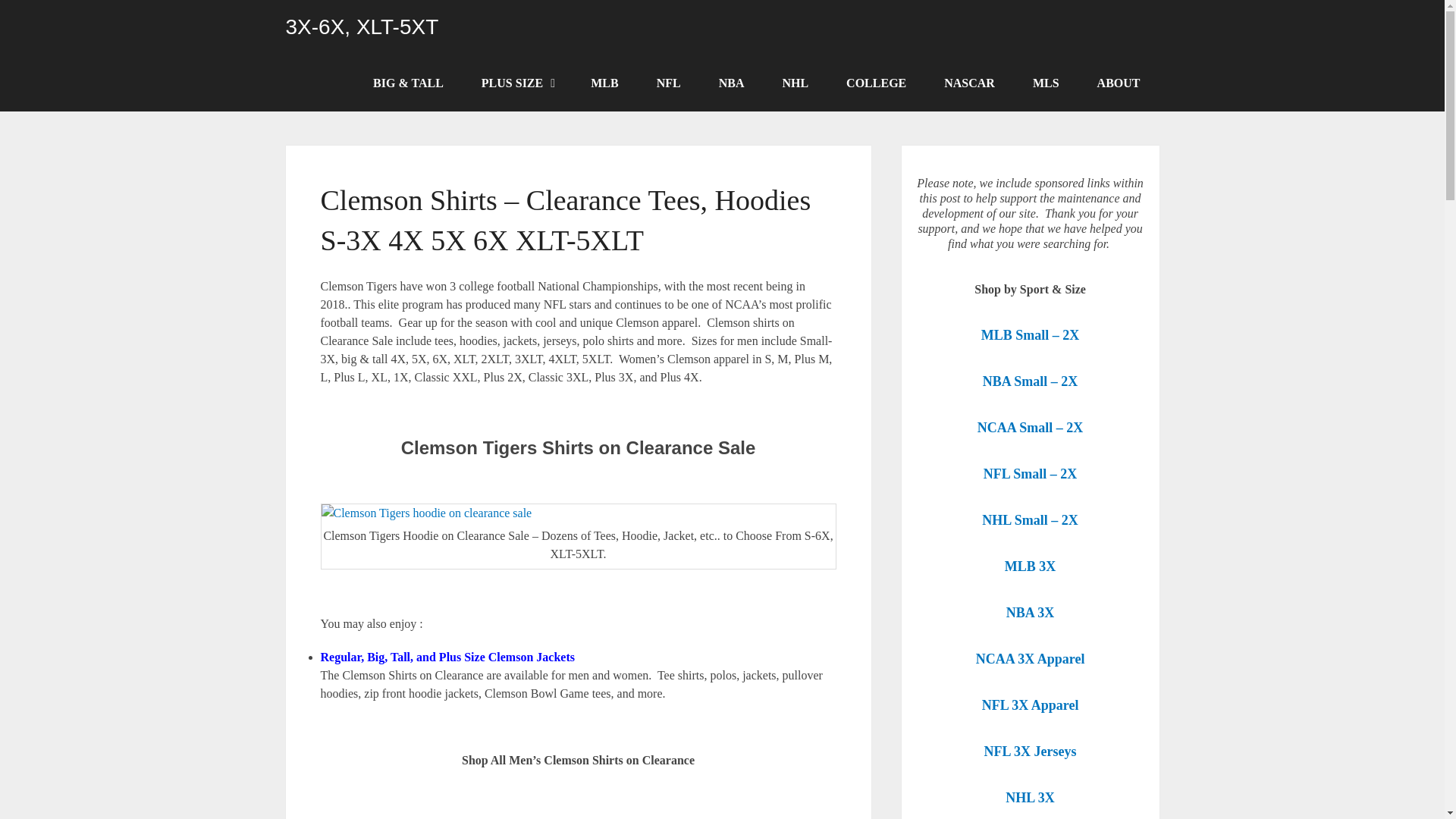 This screenshot has height=819, width=1456. Describe the element at coordinates (1030, 797) in the screenshot. I see `'NHL 3X'` at that location.